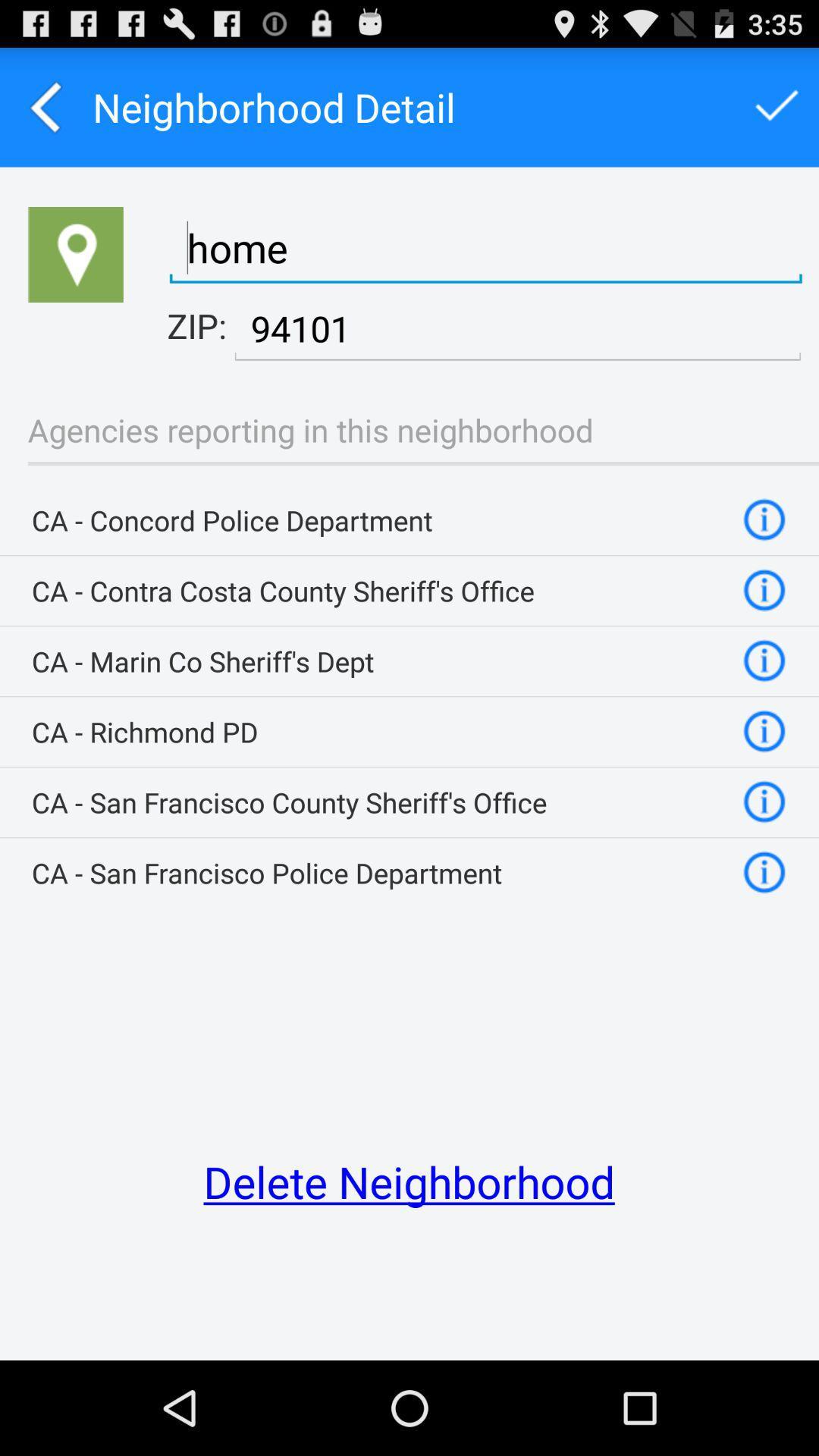 Image resolution: width=819 pixels, height=1456 pixels. Describe the element at coordinates (777, 114) in the screenshot. I see `the check icon` at that location.